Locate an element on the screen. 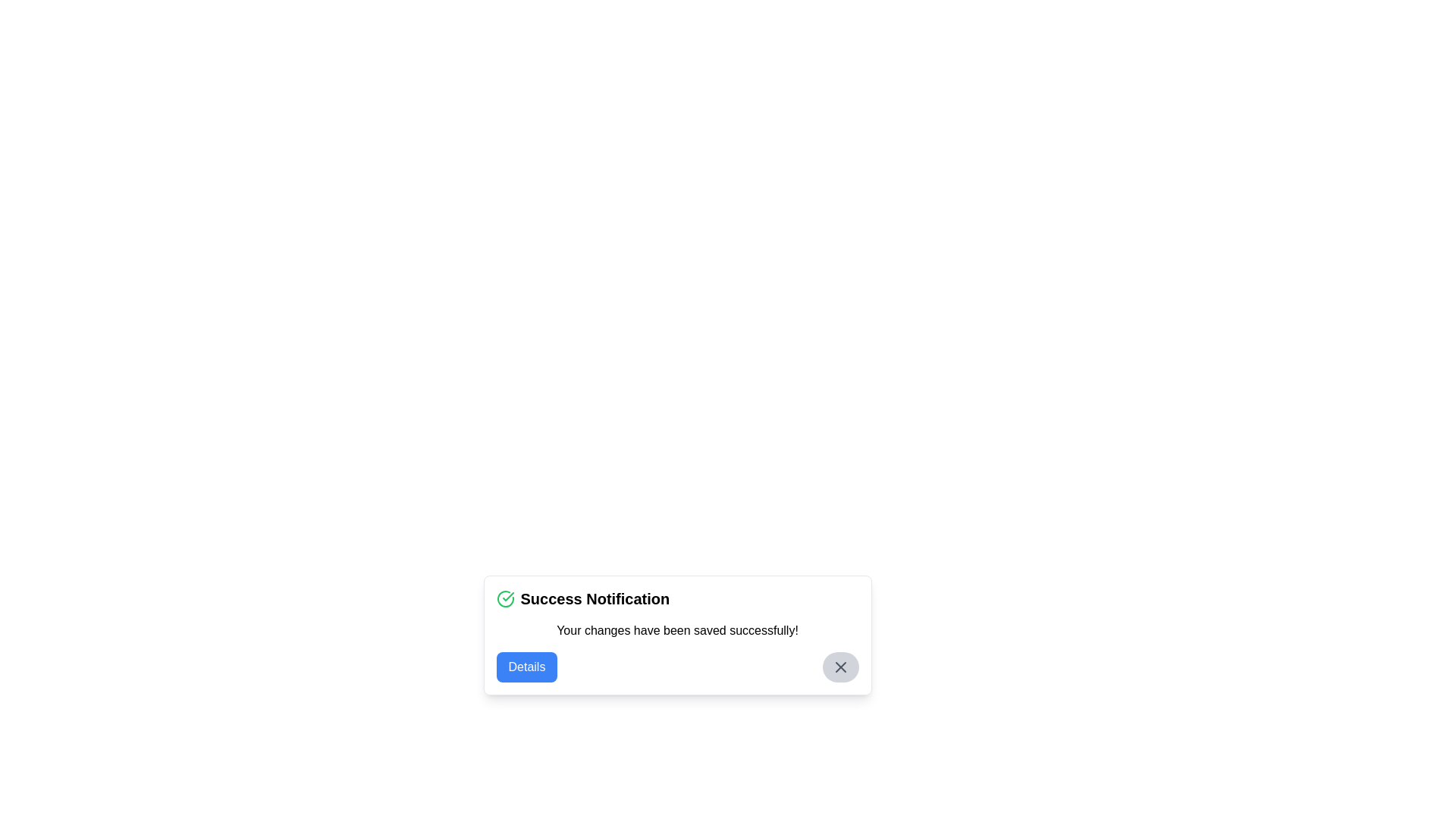  the 'Success Notification' text label, which is a bold heading in a notification box, located to the right of a green checkmark icon is located at coordinates (594, 598).